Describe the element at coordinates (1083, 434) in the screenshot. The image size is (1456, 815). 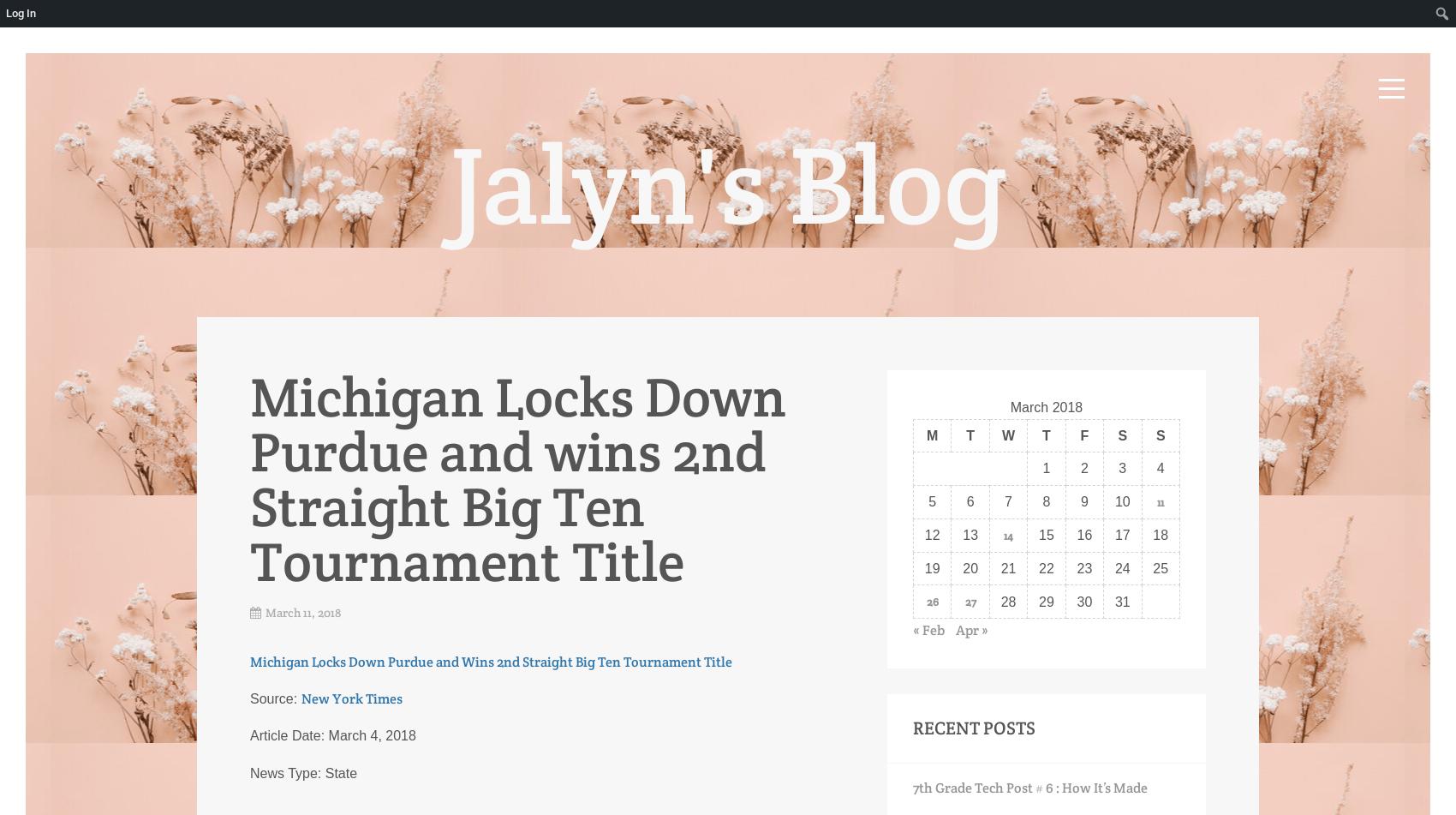
I see `'F'` at that location.